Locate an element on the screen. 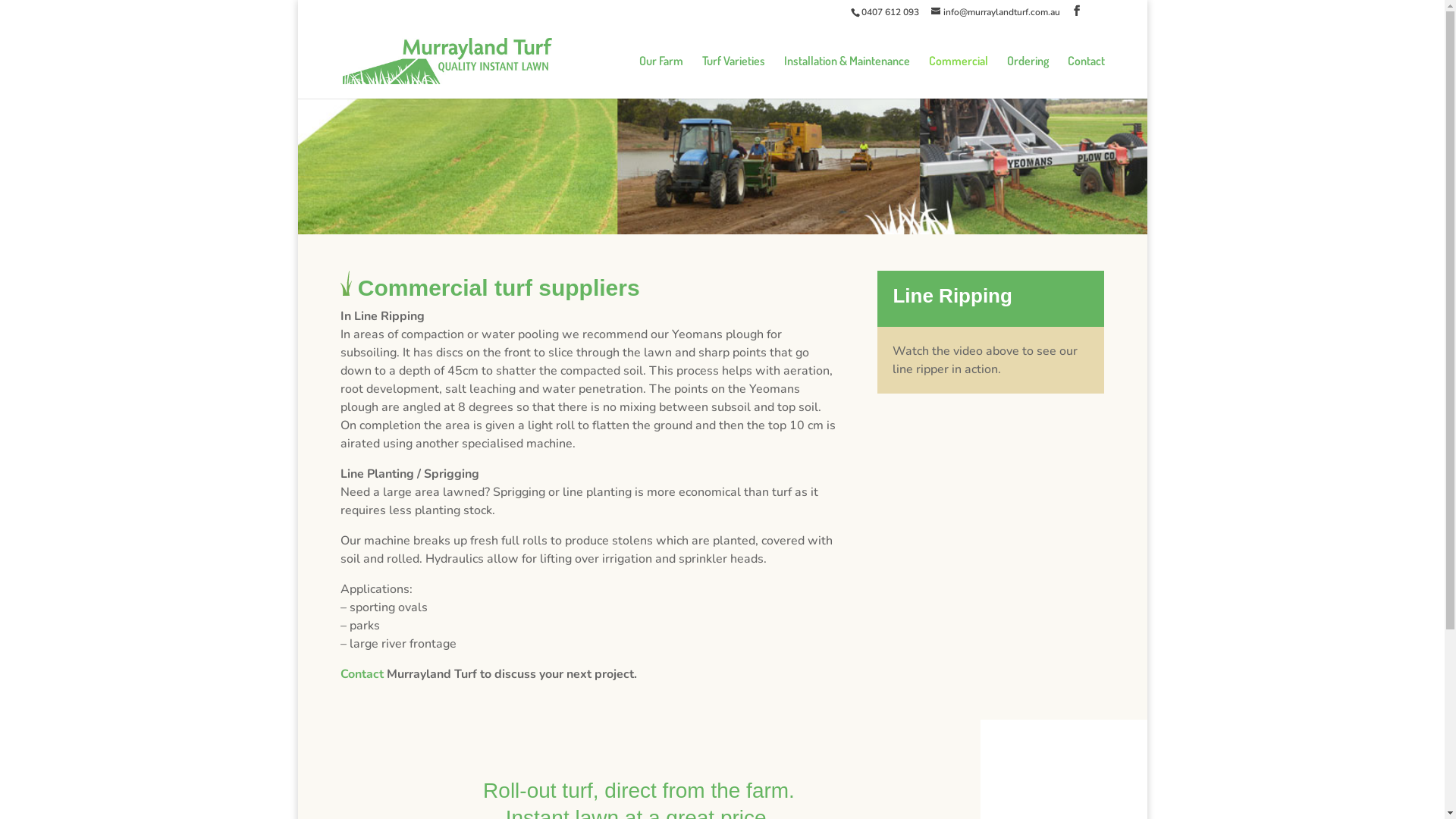  'Our Farm' is located at coordinates (660, 77).